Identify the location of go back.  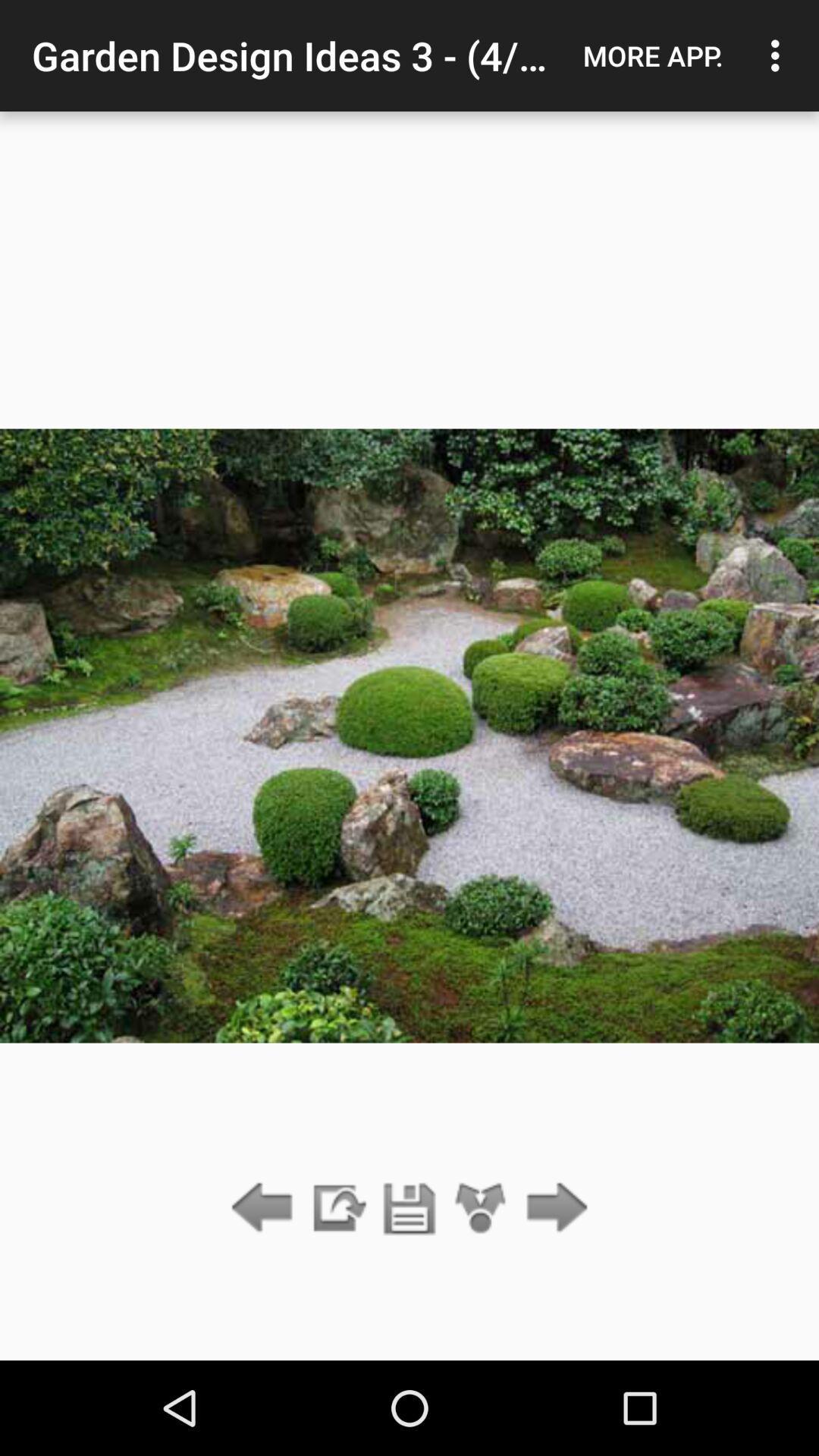
(265, 1208).